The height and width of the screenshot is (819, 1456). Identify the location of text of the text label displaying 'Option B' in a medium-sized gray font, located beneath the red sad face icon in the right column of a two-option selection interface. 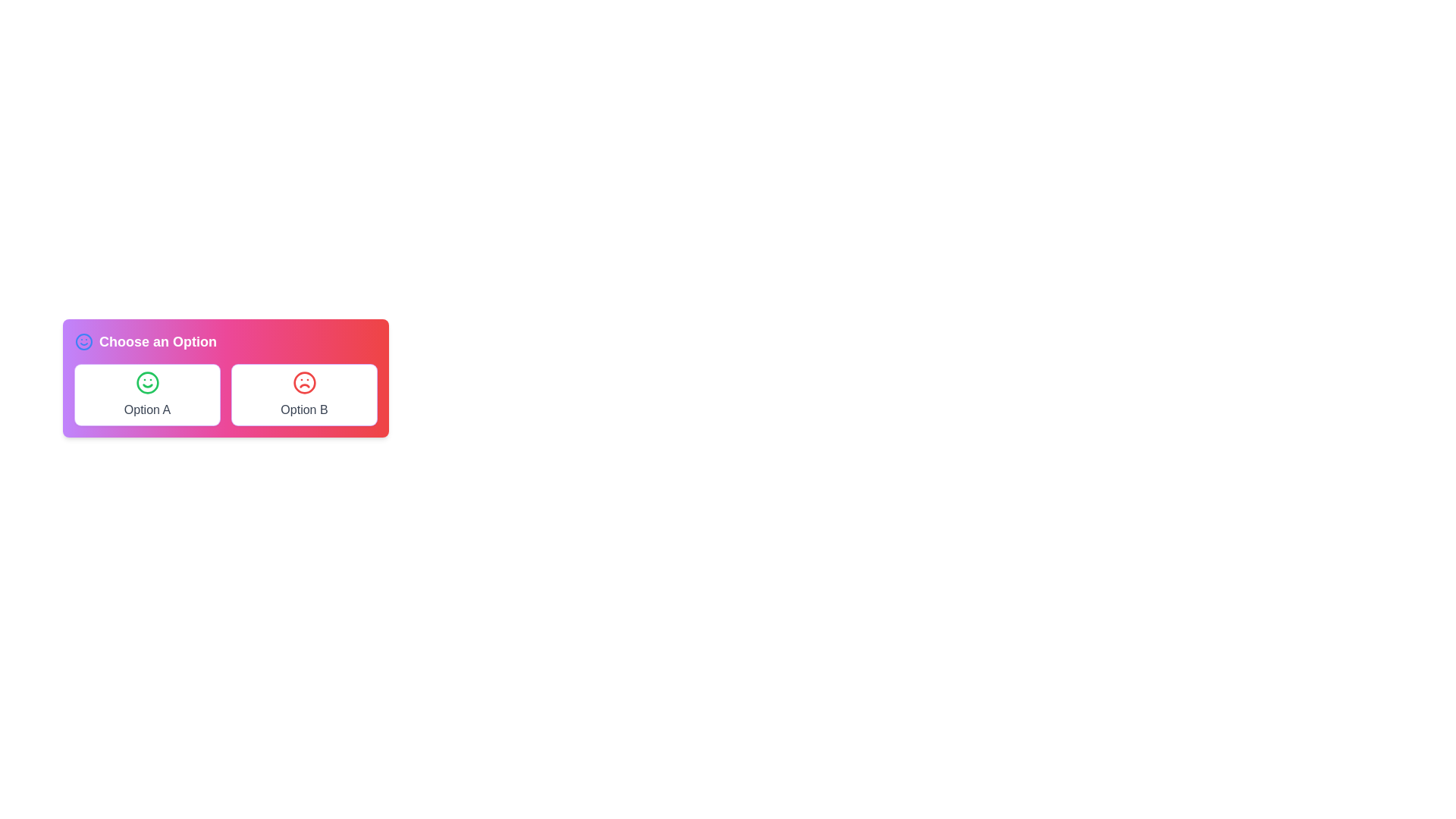
(303, 409).